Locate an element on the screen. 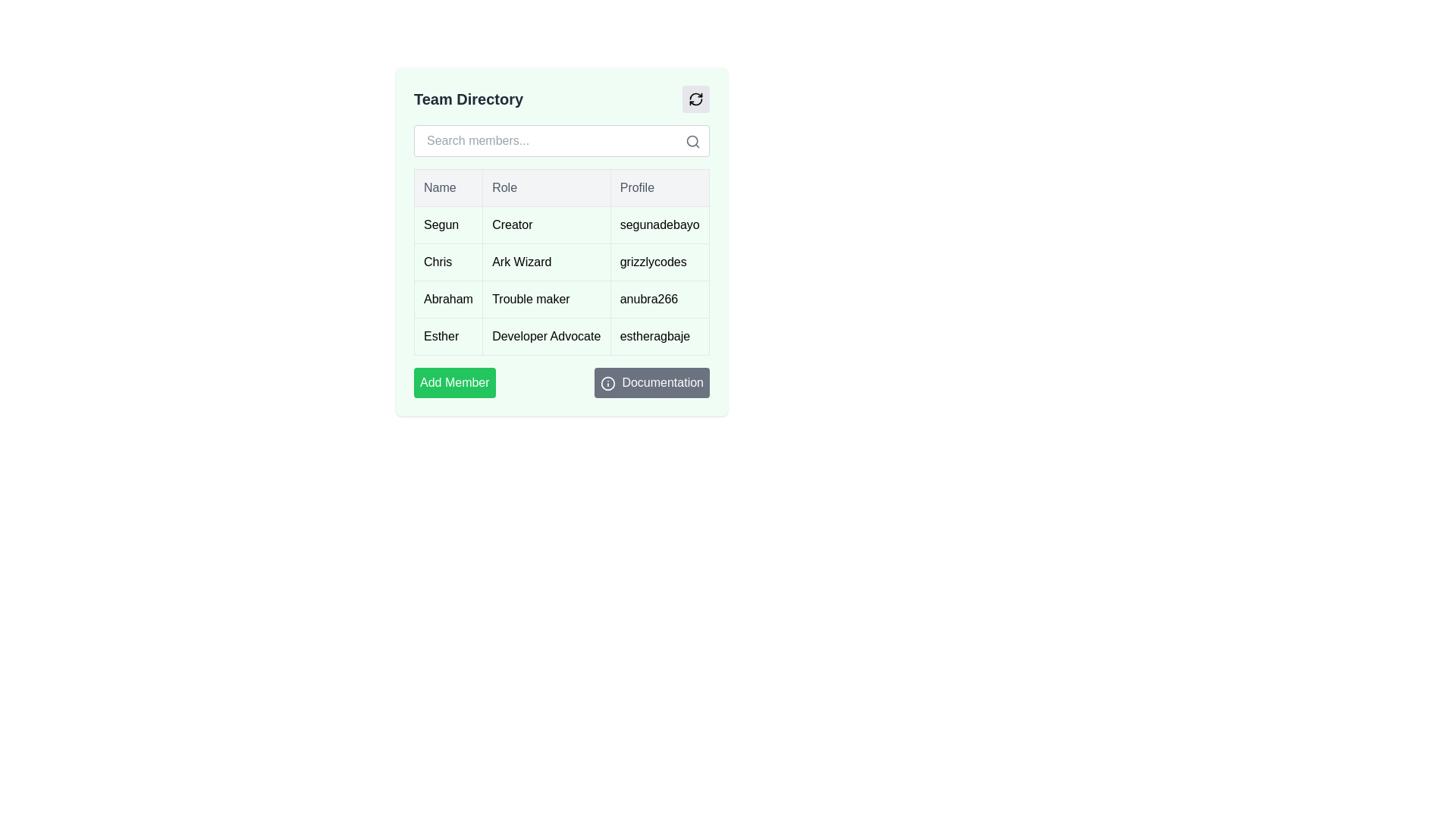  the Text Label displaying the username 'Esther' in the profile column of the table is located at coordinates (660, 335).